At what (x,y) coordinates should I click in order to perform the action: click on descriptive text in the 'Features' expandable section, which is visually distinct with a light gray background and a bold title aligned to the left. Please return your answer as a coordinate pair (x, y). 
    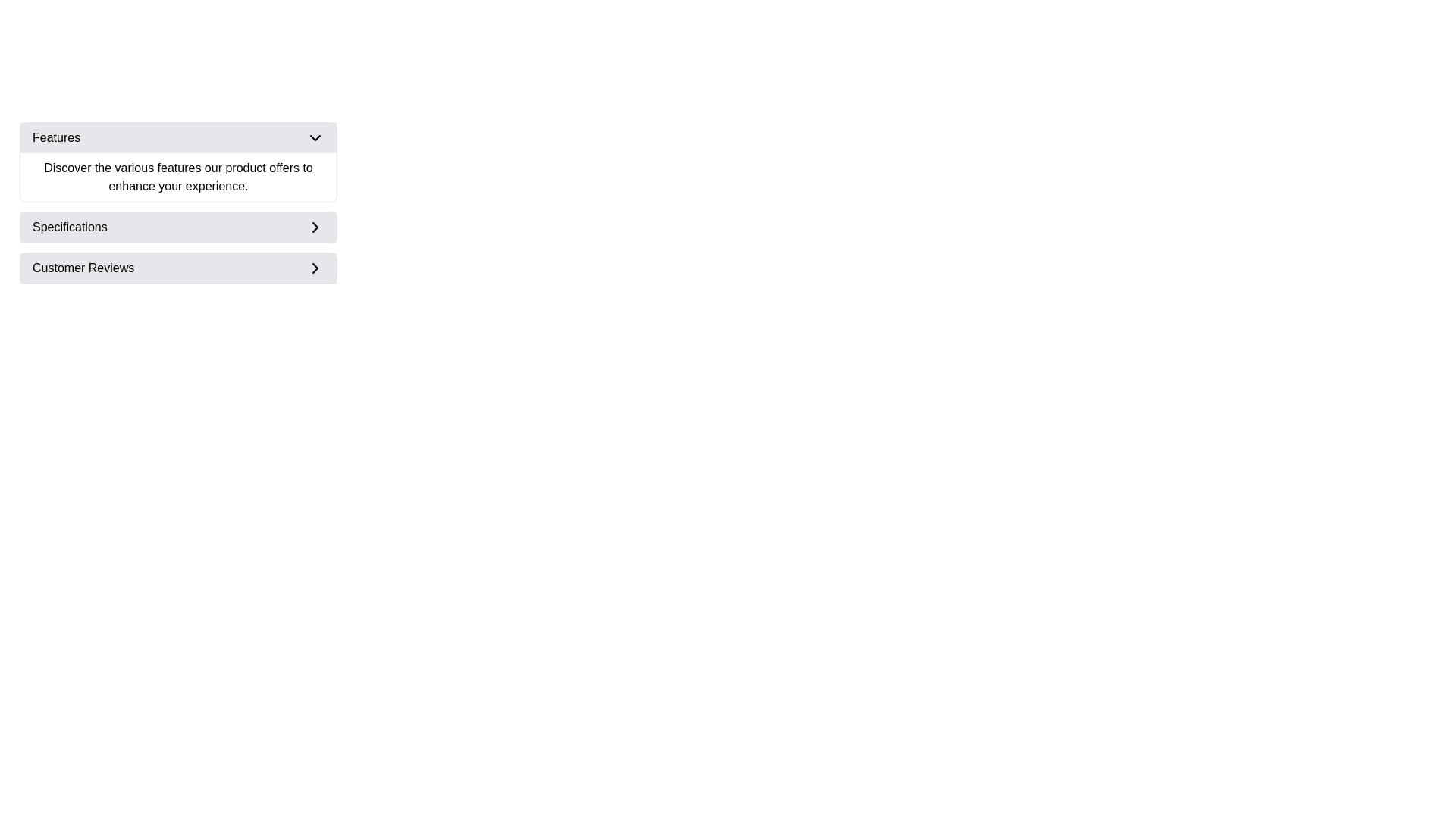
    Looking at the image, I should click on (178, 162).